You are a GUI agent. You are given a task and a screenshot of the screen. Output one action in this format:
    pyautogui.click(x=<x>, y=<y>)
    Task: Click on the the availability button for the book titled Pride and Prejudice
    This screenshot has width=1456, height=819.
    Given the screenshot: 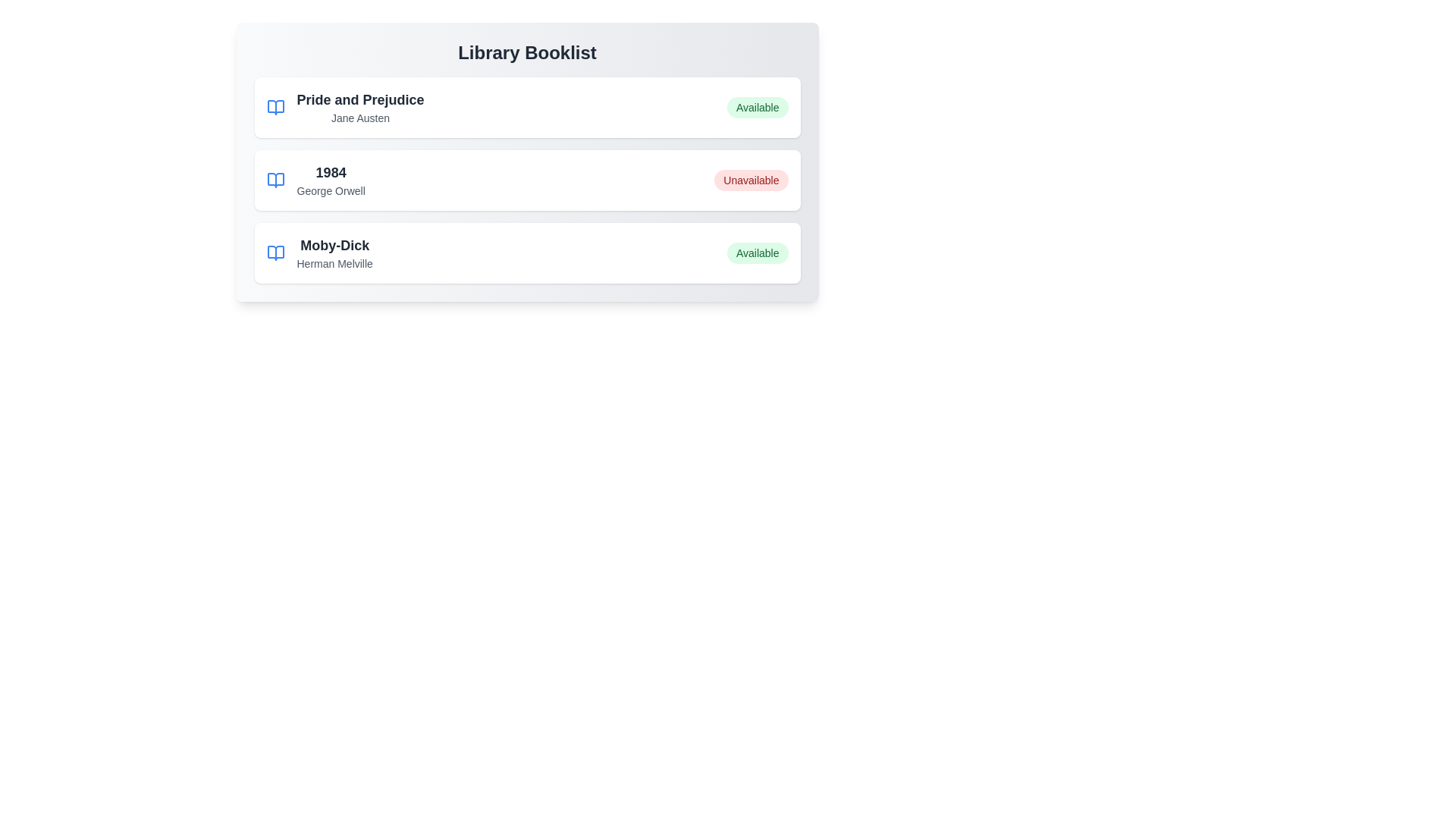 What is the action you would take?
    pyautogui.click(x=758, y=107)
    